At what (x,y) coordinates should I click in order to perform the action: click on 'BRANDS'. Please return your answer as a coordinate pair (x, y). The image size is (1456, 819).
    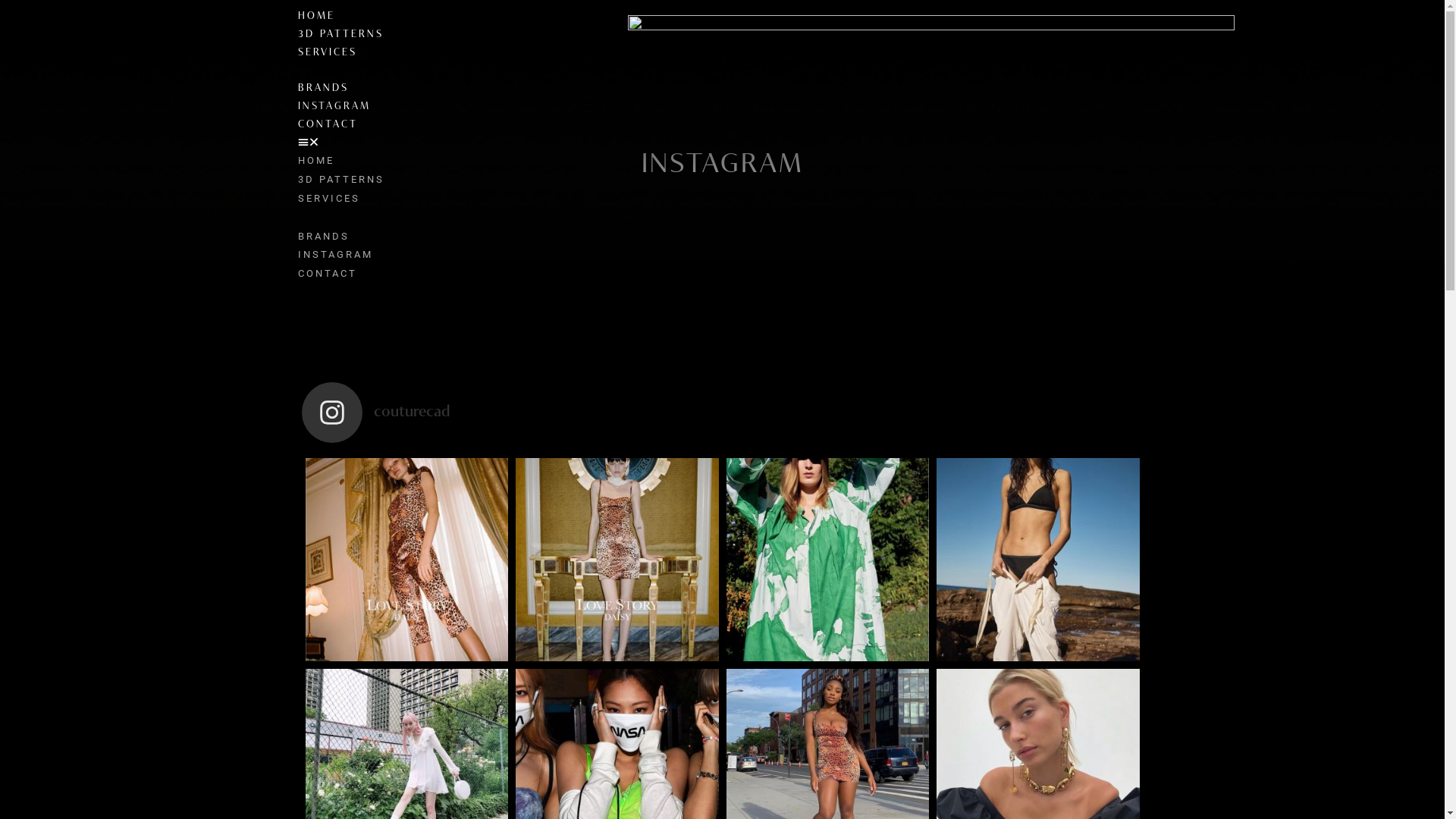
    Looking at the image, I should click on (322, 88).